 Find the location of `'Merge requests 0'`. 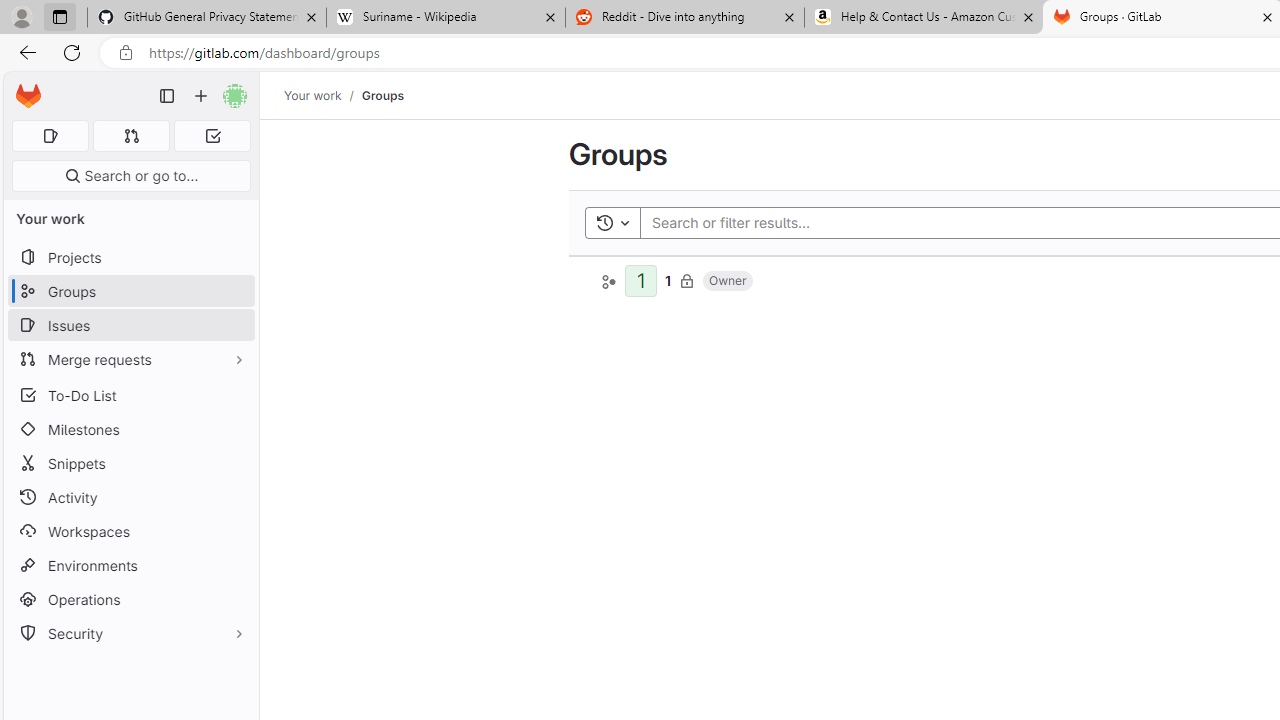

'Merge requests 0' is located at coordinates (130, 135).